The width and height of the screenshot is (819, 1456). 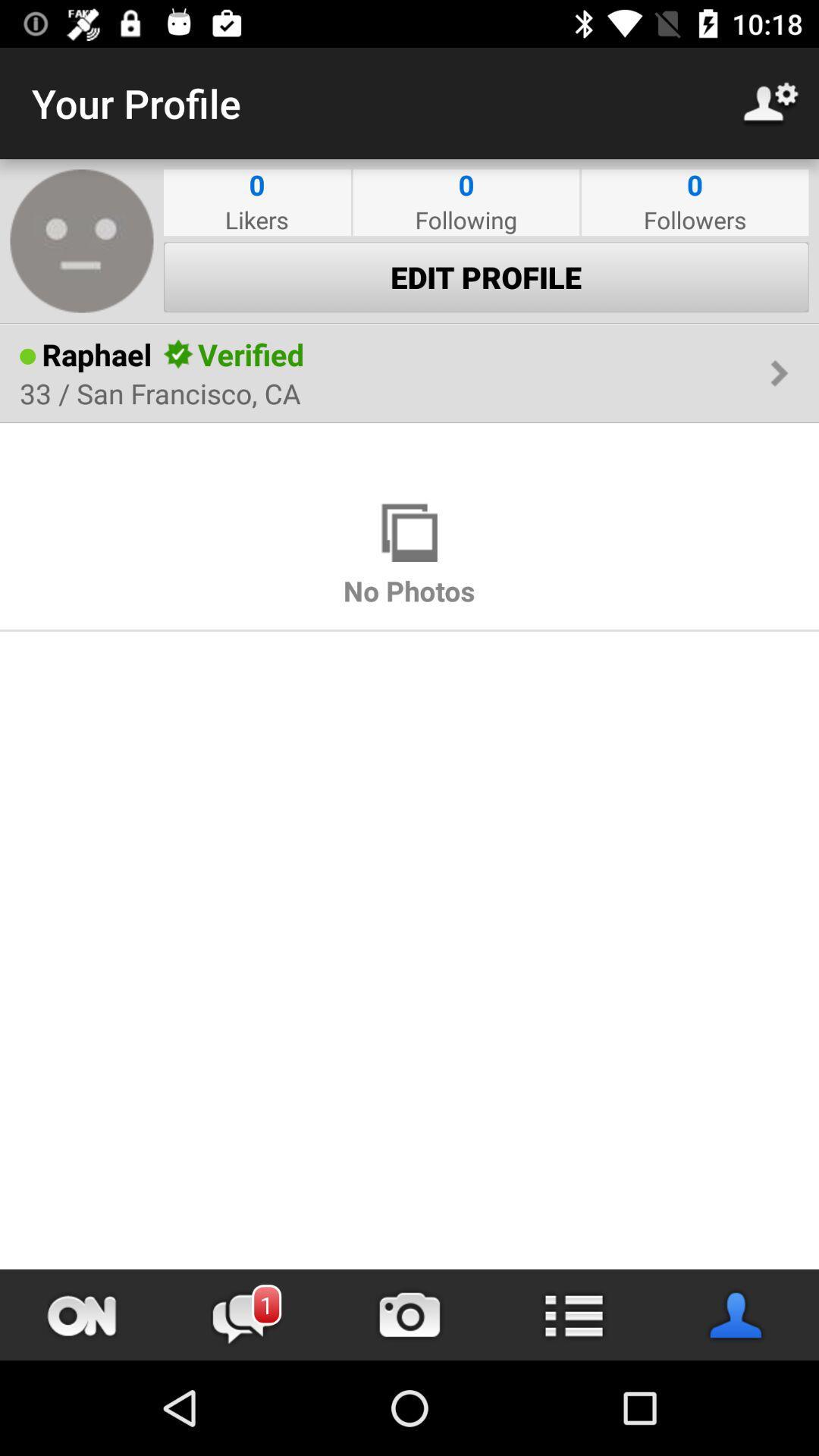 I want to click on the icon next to edit profile icon, so click(x=82, y=240).